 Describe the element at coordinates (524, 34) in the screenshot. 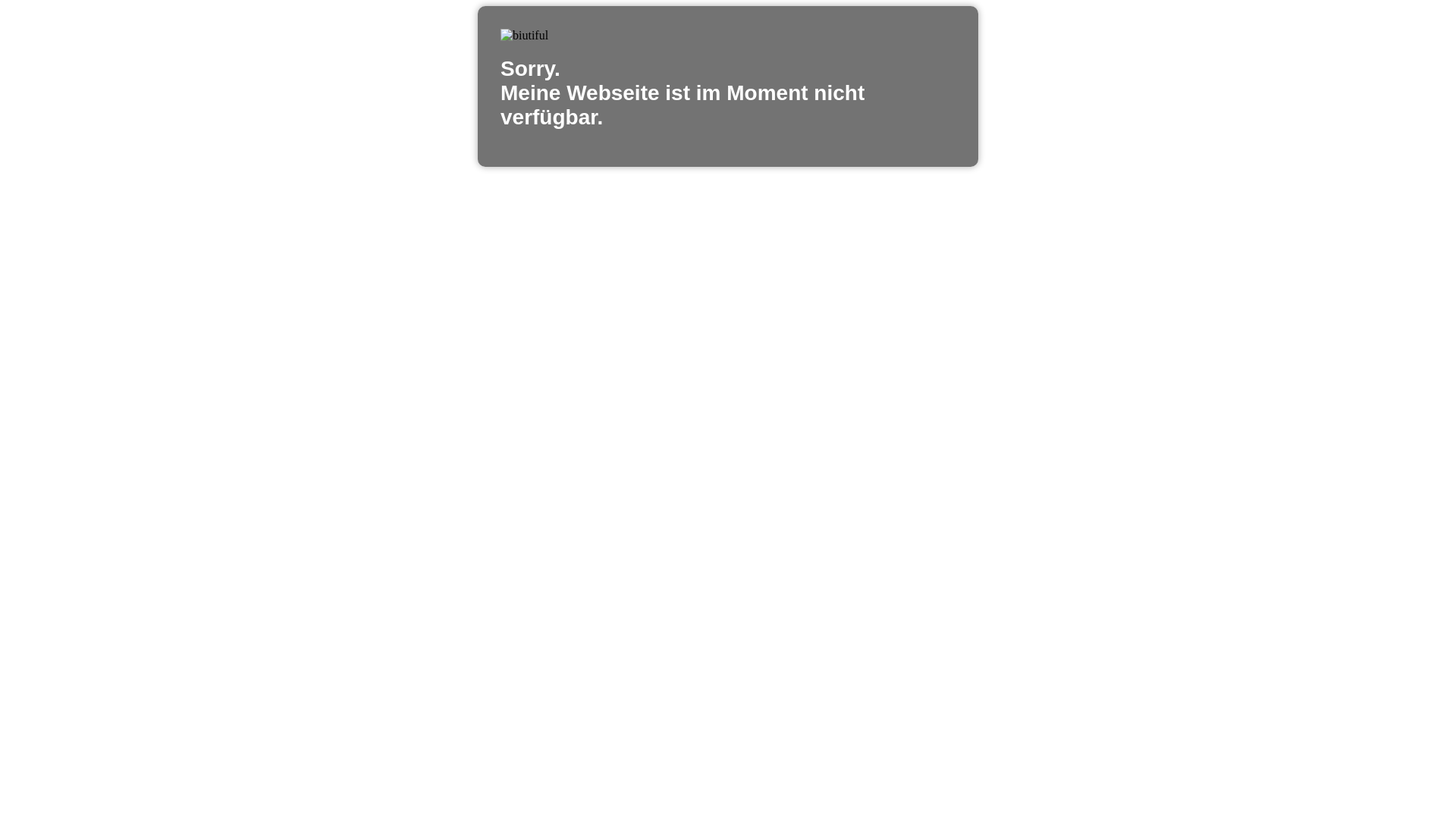

I see `'biutiful'` at that location.